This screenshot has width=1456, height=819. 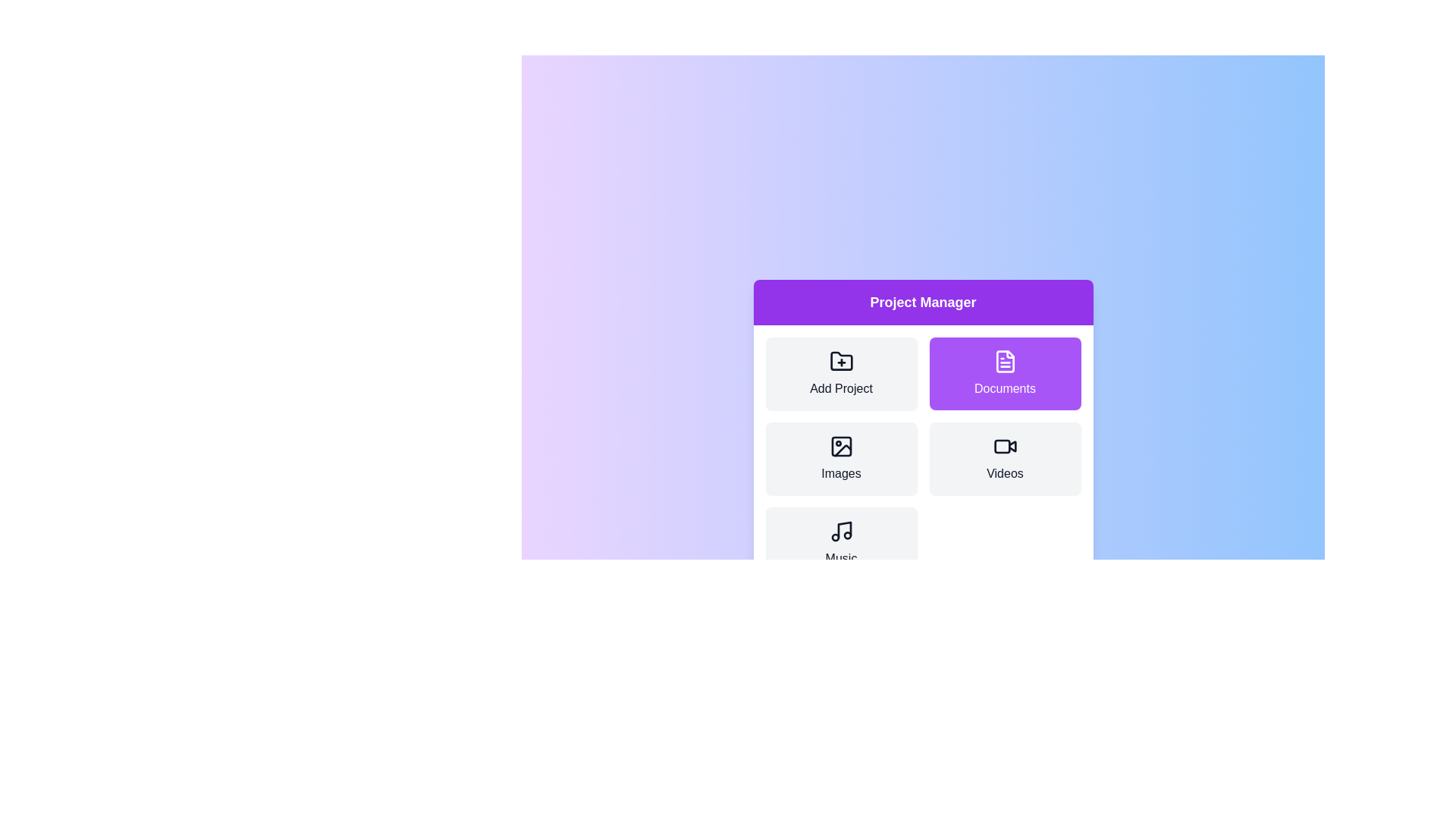 I want to click on the category labeled Add Project to select it, so click(x=840, y=374).